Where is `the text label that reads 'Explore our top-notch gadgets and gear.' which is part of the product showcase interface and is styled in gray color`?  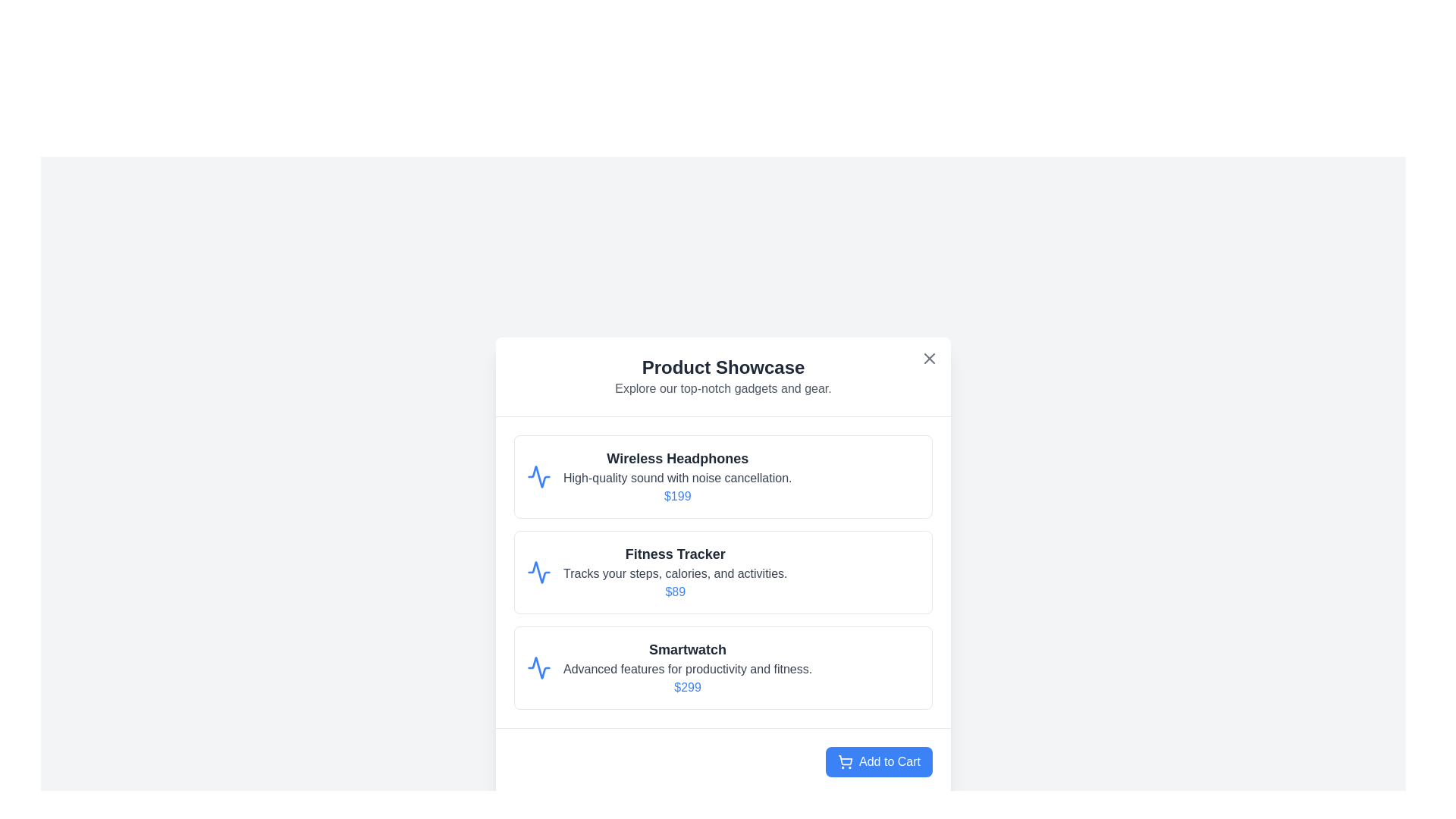 the text label that reads 'Explore our top-notch gadgets and gear.' which is part of the product showcase interface and is styled in gray color is located at coordinates (723, 388).